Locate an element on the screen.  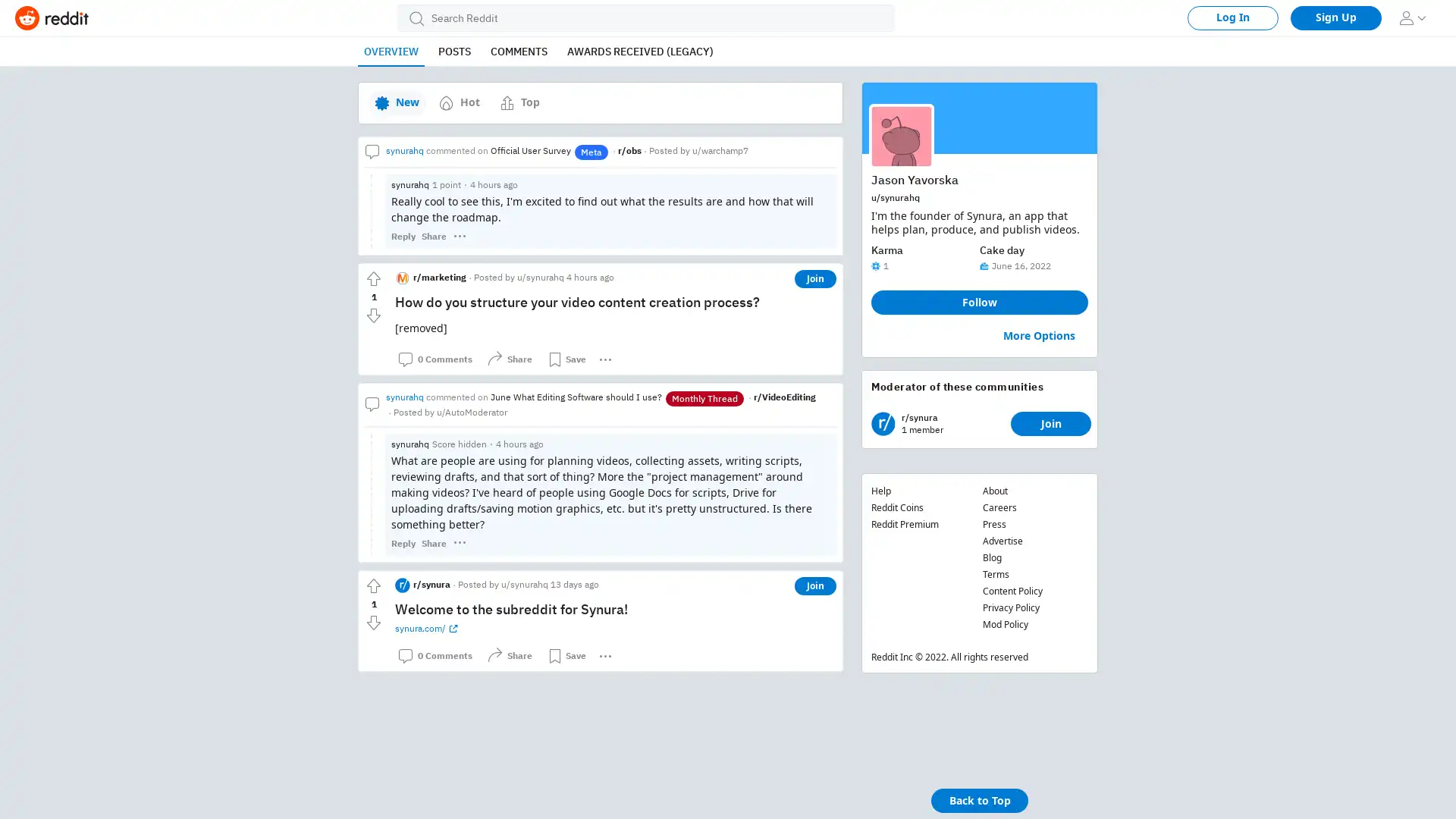
Share is located at coordinates (510, 654).